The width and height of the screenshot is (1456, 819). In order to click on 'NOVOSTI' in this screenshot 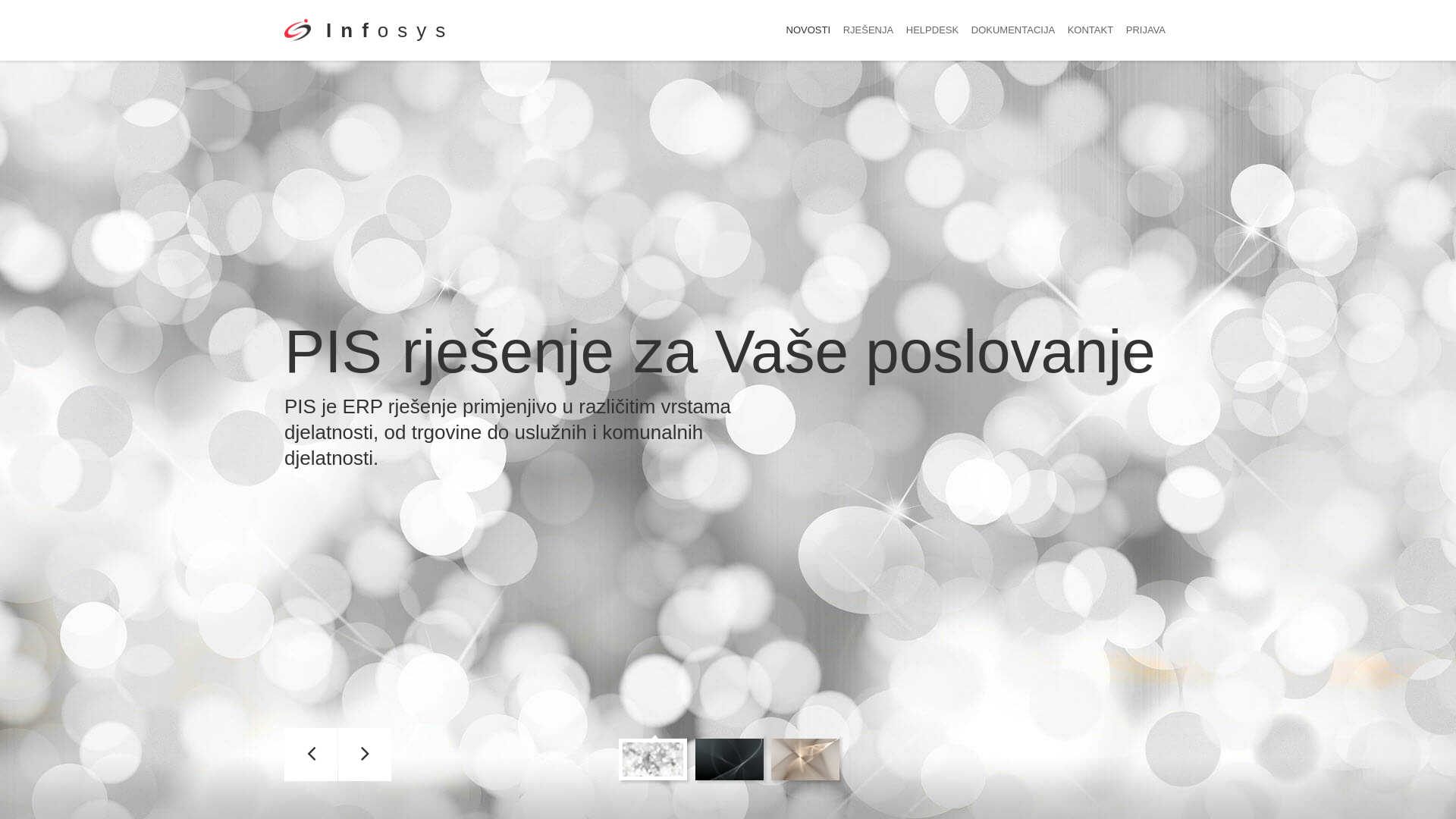, I will do `click(808, 30)`.